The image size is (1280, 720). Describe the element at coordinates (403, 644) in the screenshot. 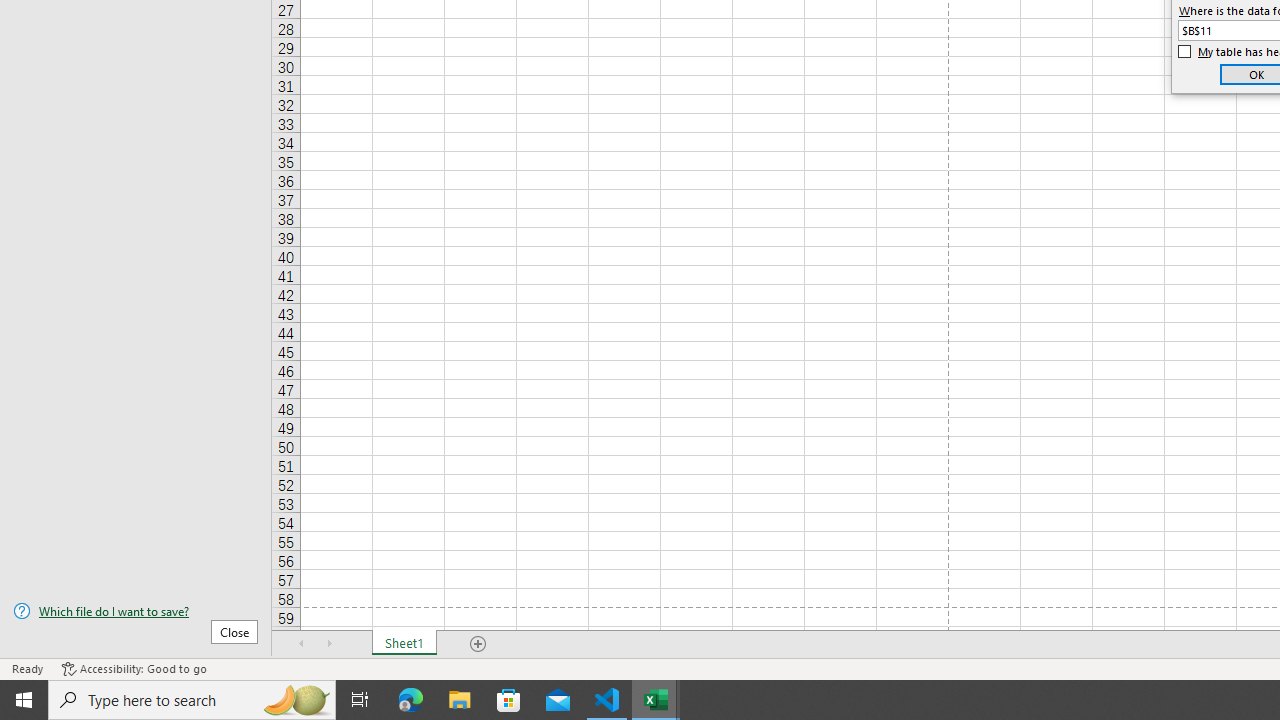

I see `'Sheet1'` at that location.